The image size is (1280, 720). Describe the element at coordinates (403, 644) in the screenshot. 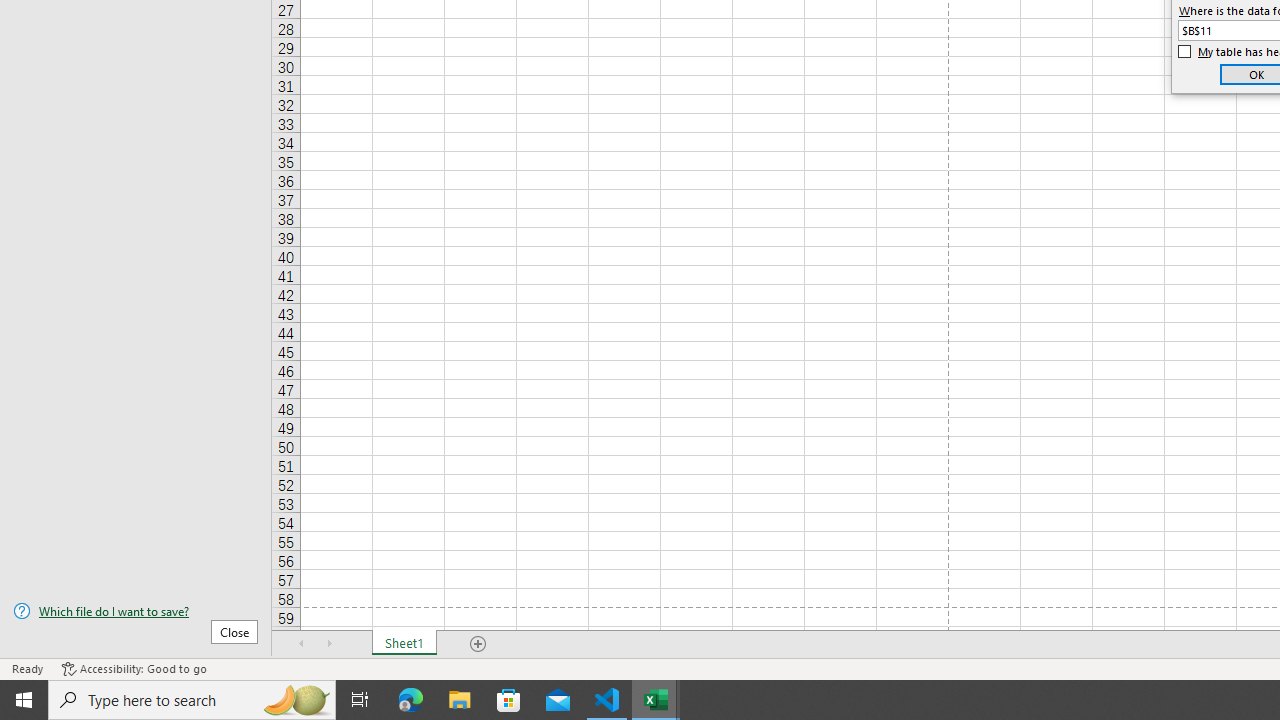

I see `'Sheet1'` at that location.